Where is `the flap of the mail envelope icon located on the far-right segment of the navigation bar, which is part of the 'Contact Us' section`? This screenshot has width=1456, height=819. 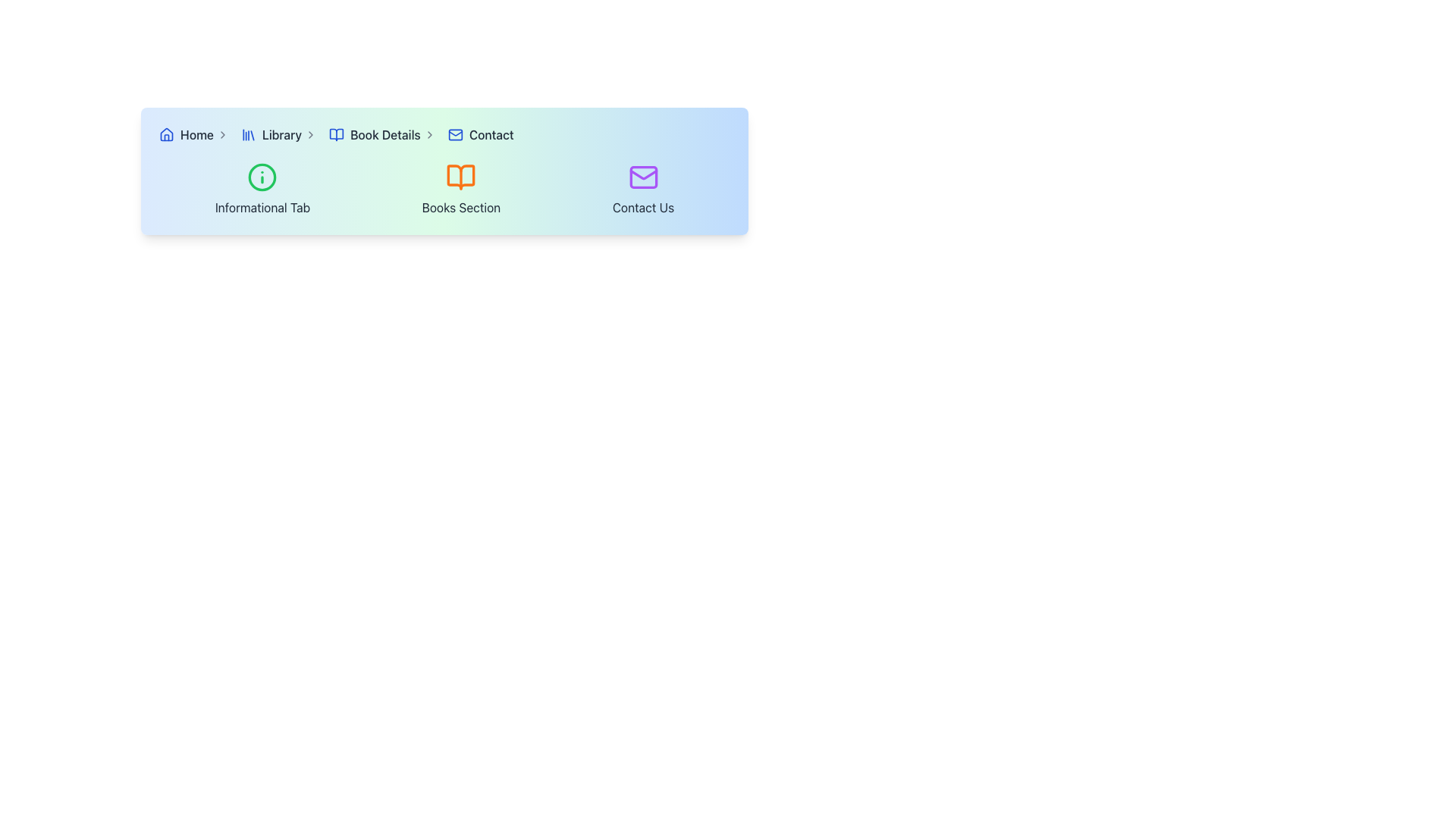 the flap of the mail envelope icon located on the far-right segment of the navigation bar, which is part of the 'Contact Us' section is located at coordinates (454, 133).